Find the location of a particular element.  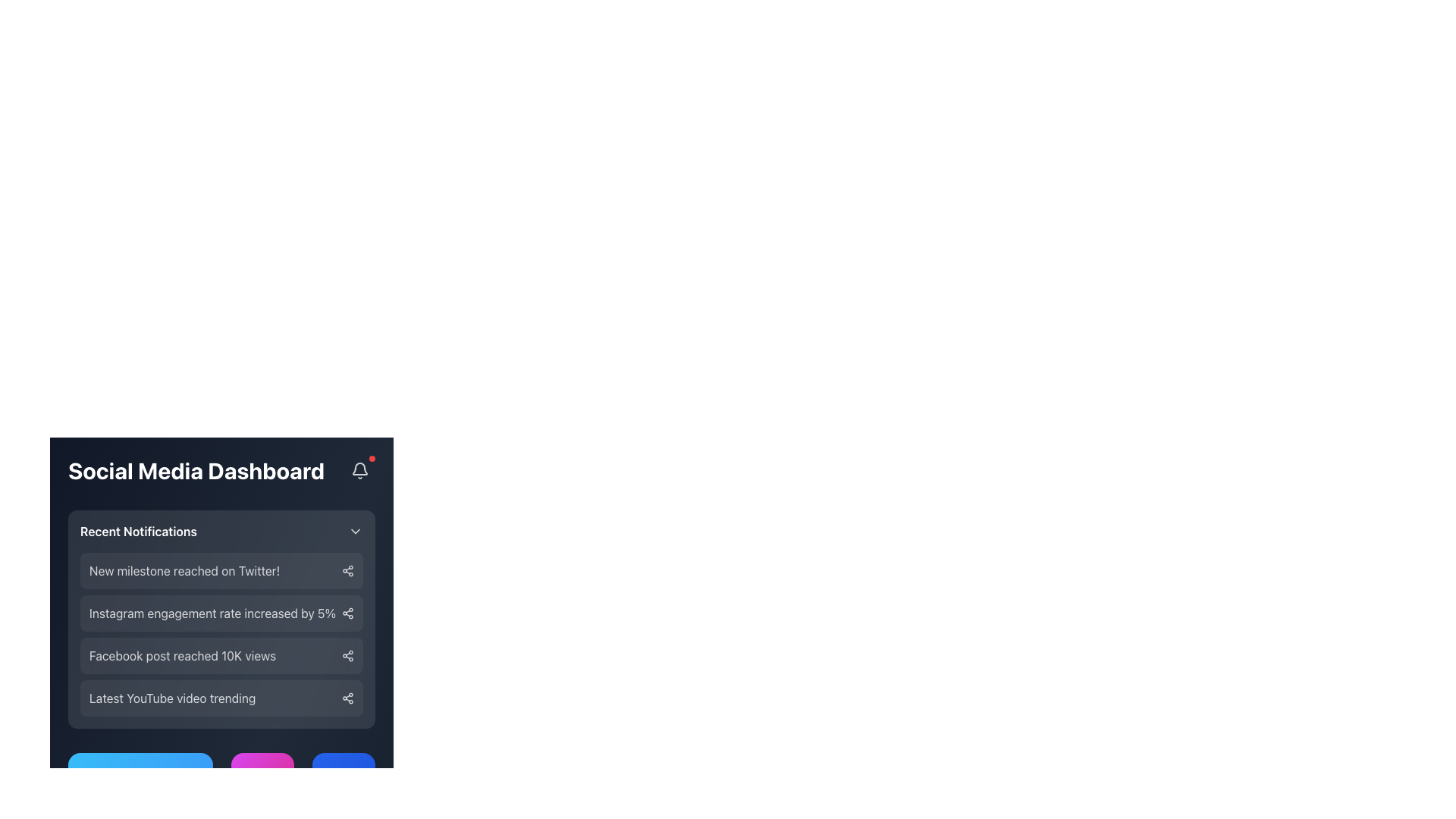

the share icon located at the end of the row labeled 'Latest YouTube video trending' in the 'Recent Notifications' section of the 'Social Media Dashboard' is located at coordinates (347, 698).